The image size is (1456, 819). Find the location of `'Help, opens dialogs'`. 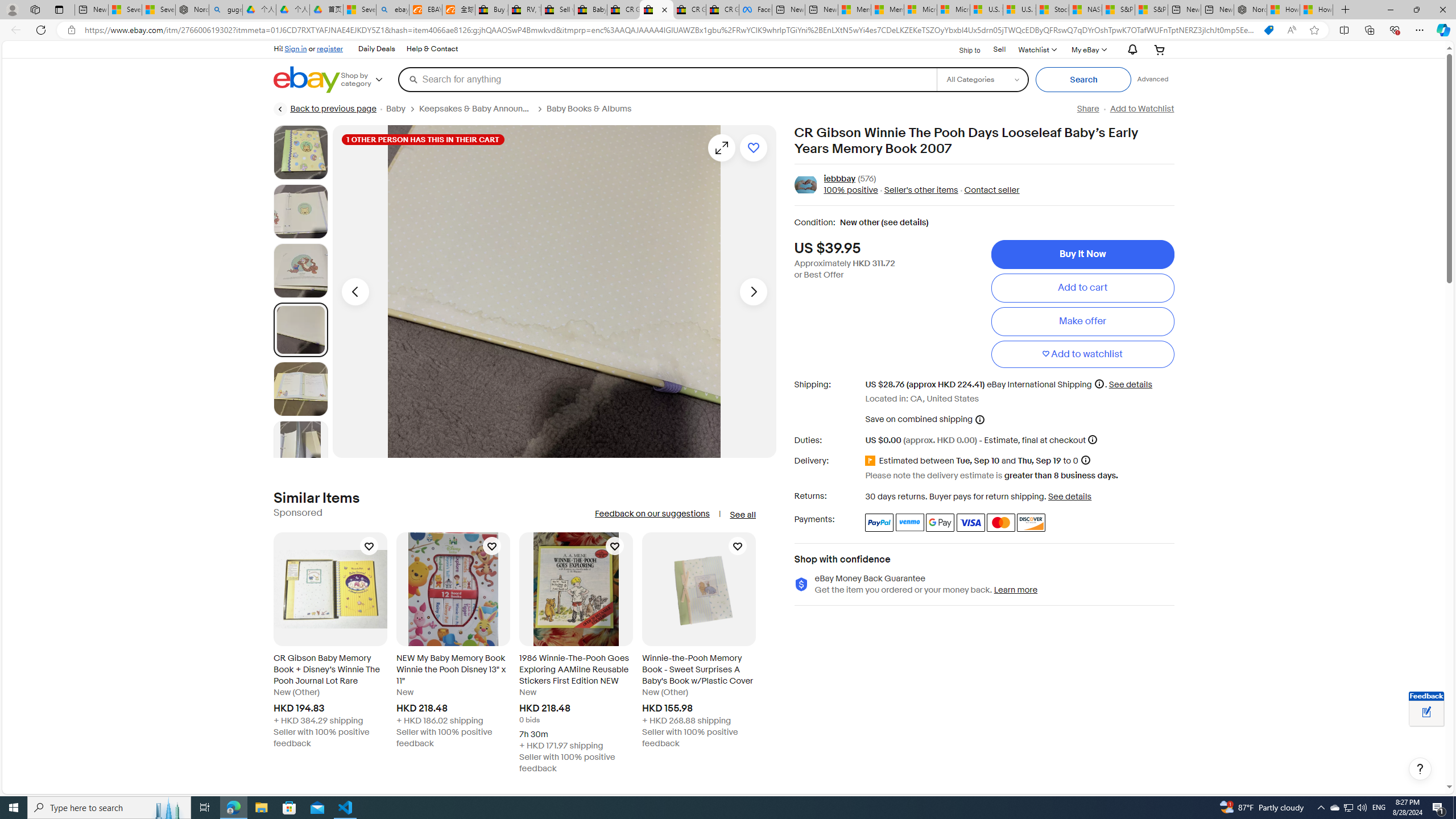

'Help, opens dialogs' is located at coordinates (1420, 768).